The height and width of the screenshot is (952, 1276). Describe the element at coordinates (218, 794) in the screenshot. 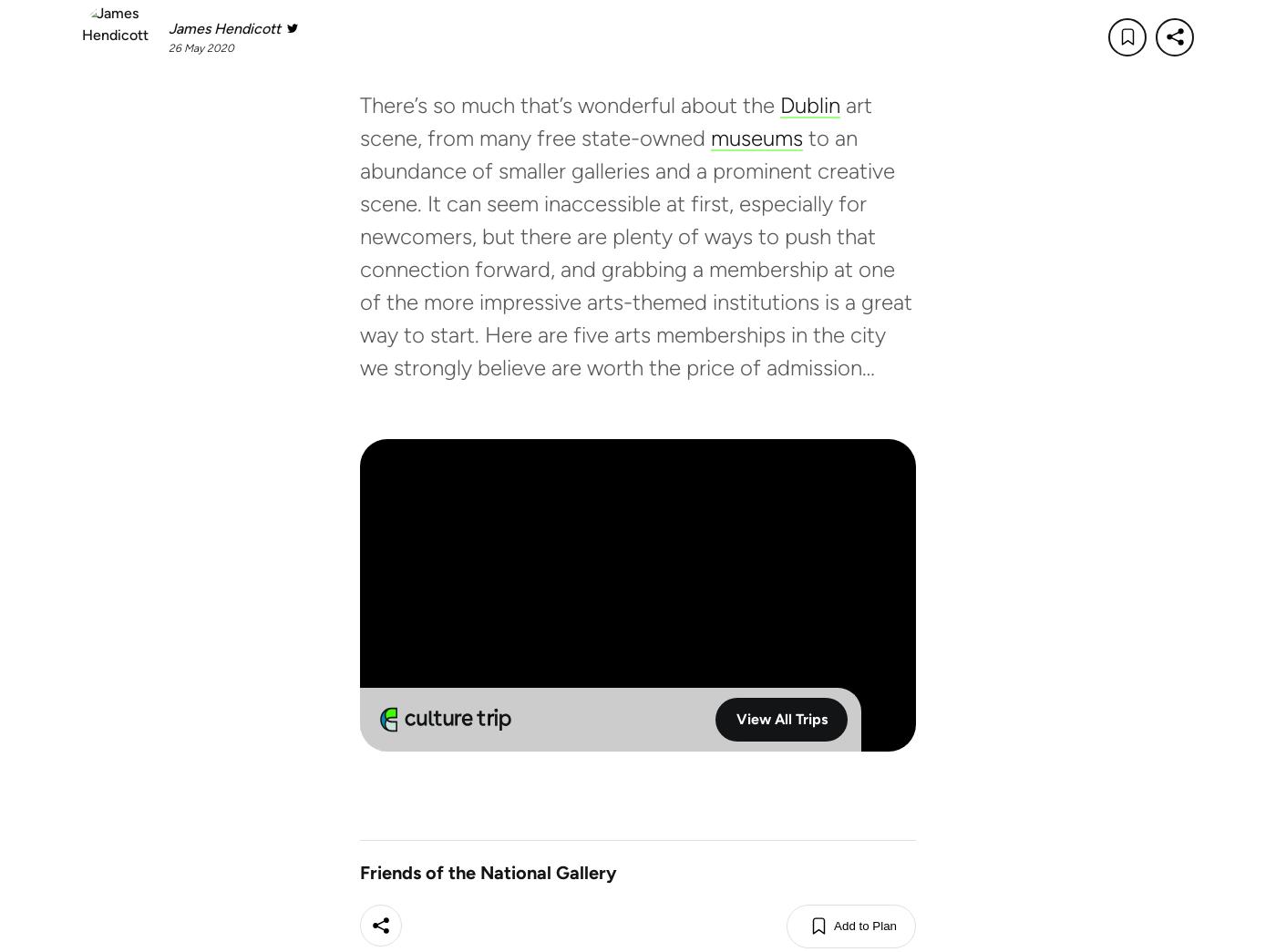

I see `'Bahamas'` at that location.